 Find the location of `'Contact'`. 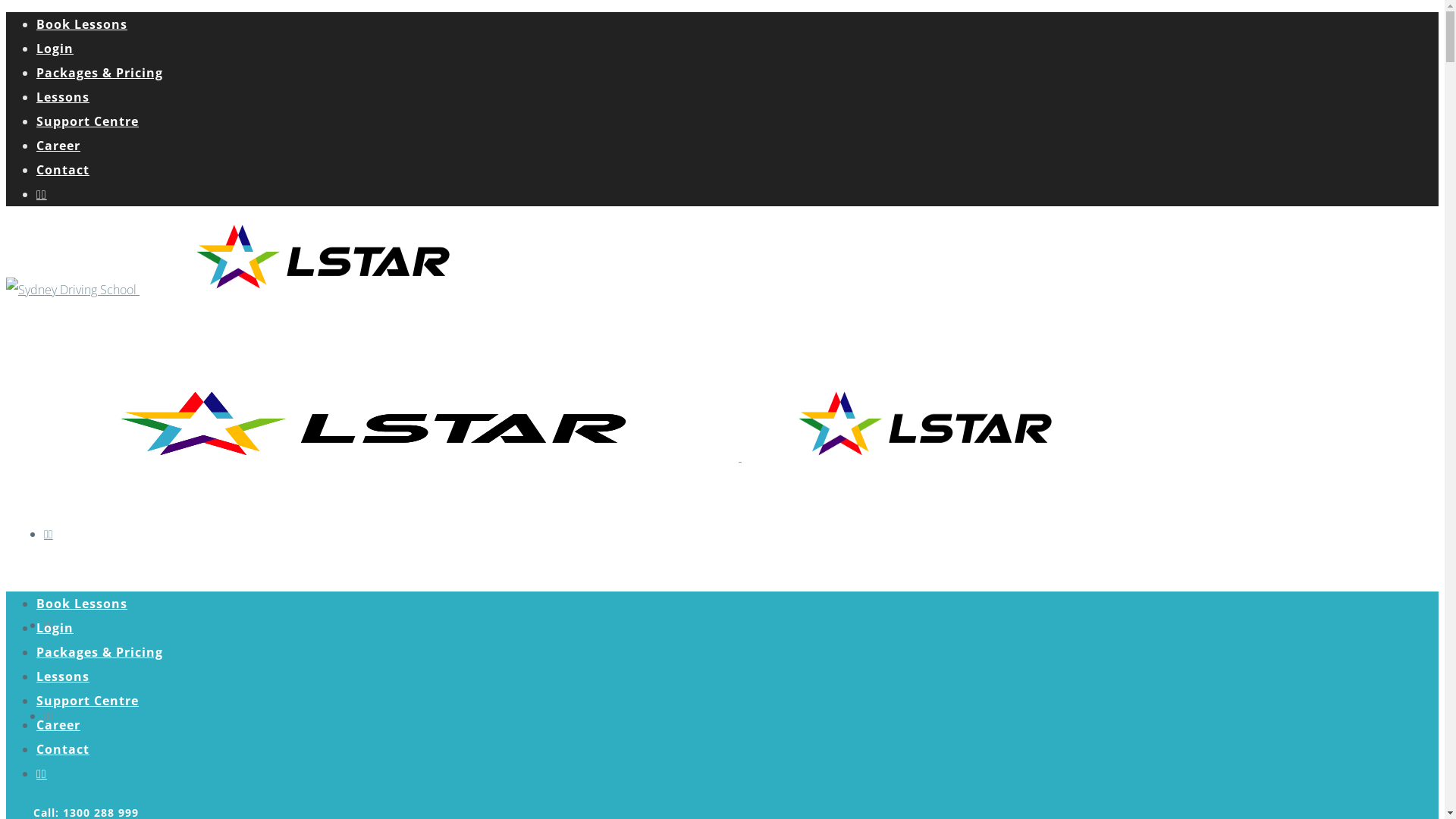

'Contact' is located at coordinates (61, 169).